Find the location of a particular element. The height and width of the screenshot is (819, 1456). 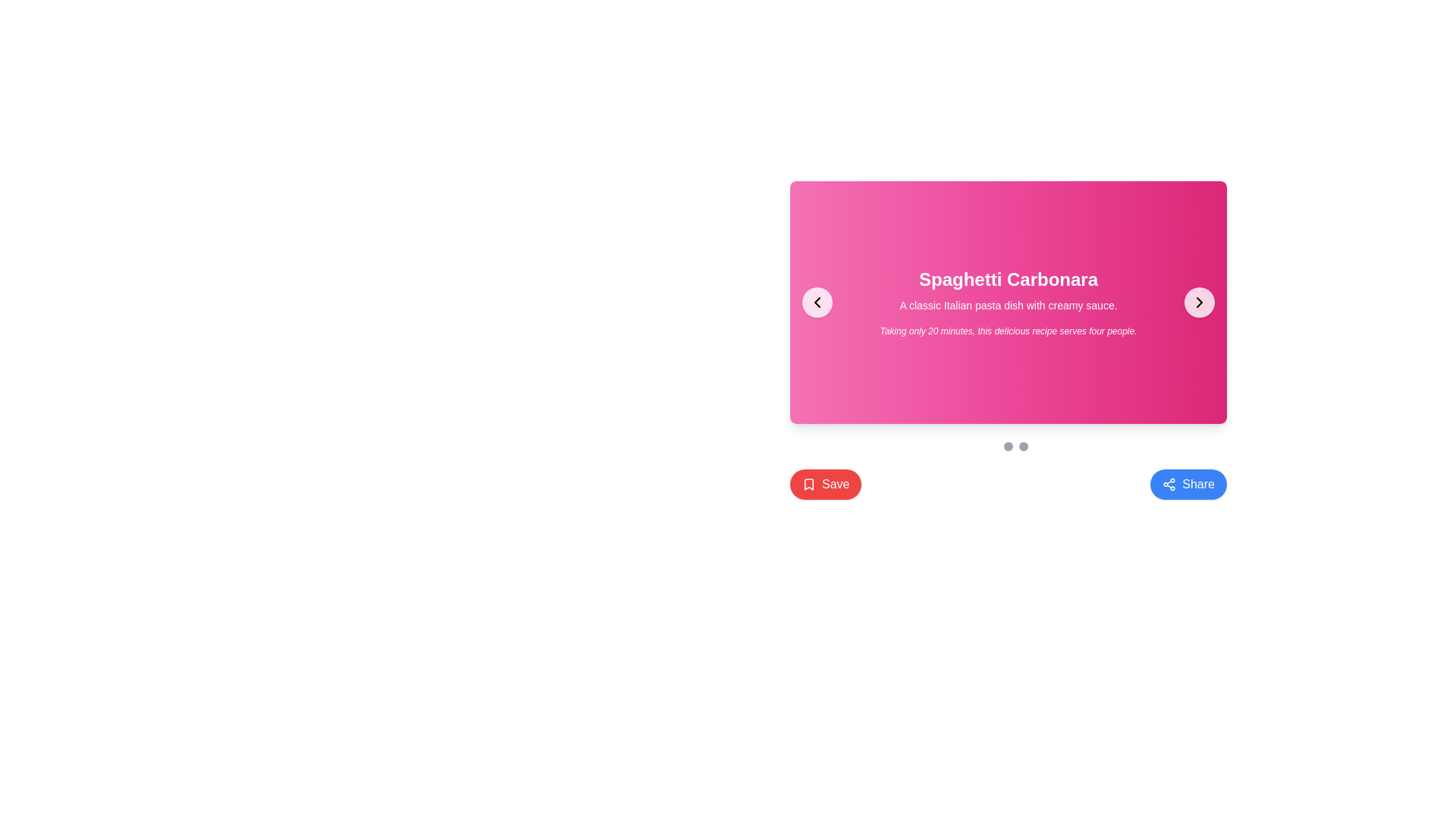

the right-pointing chevron icon located within the circular white button on the right side of the pink card titled 'Spaghetti Carbonara.' is located at coordinates (1199, 302).